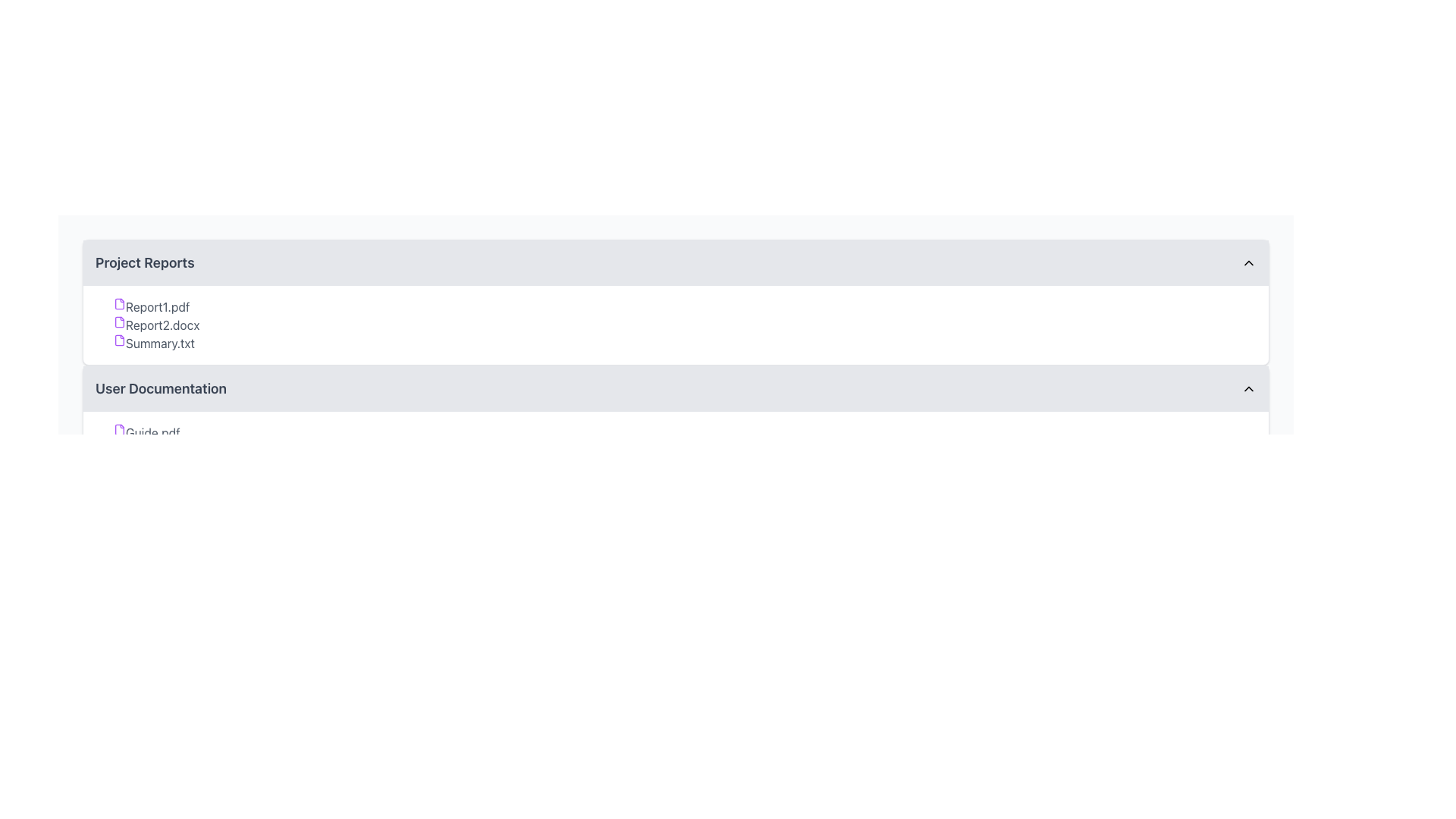 Image resolution: width=1456 pixels, height=819 pixels. What do you see at coordinates (119, 339) in the screenshot?
I see `the graphical icon representing a file with a purple outline, located next to the text 'Summary.txt' in the 'Project Reports' section` at bounding box center [119, 339].